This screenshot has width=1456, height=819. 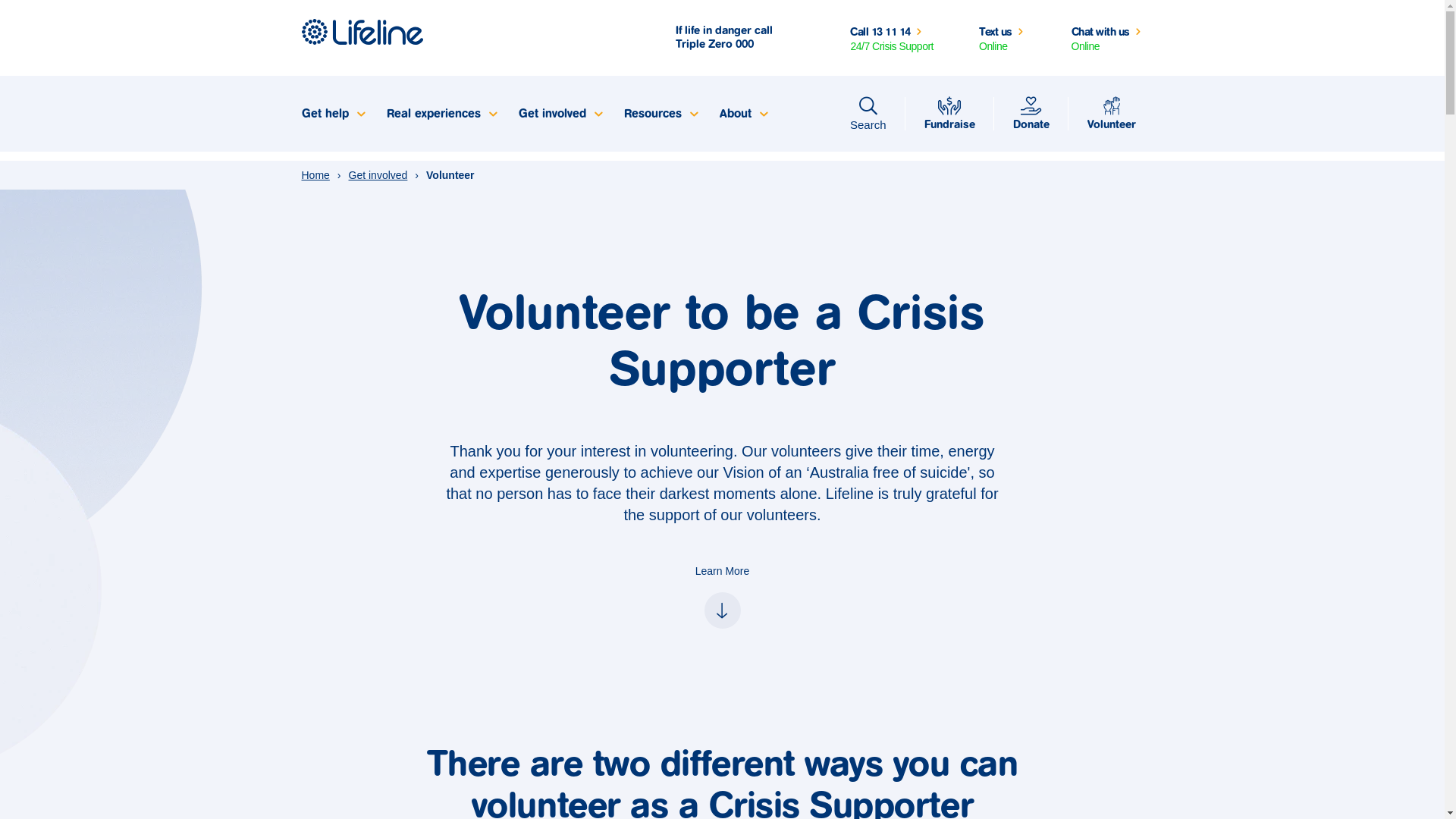 I want to click on 'Get help', so click(x=290, y=113).